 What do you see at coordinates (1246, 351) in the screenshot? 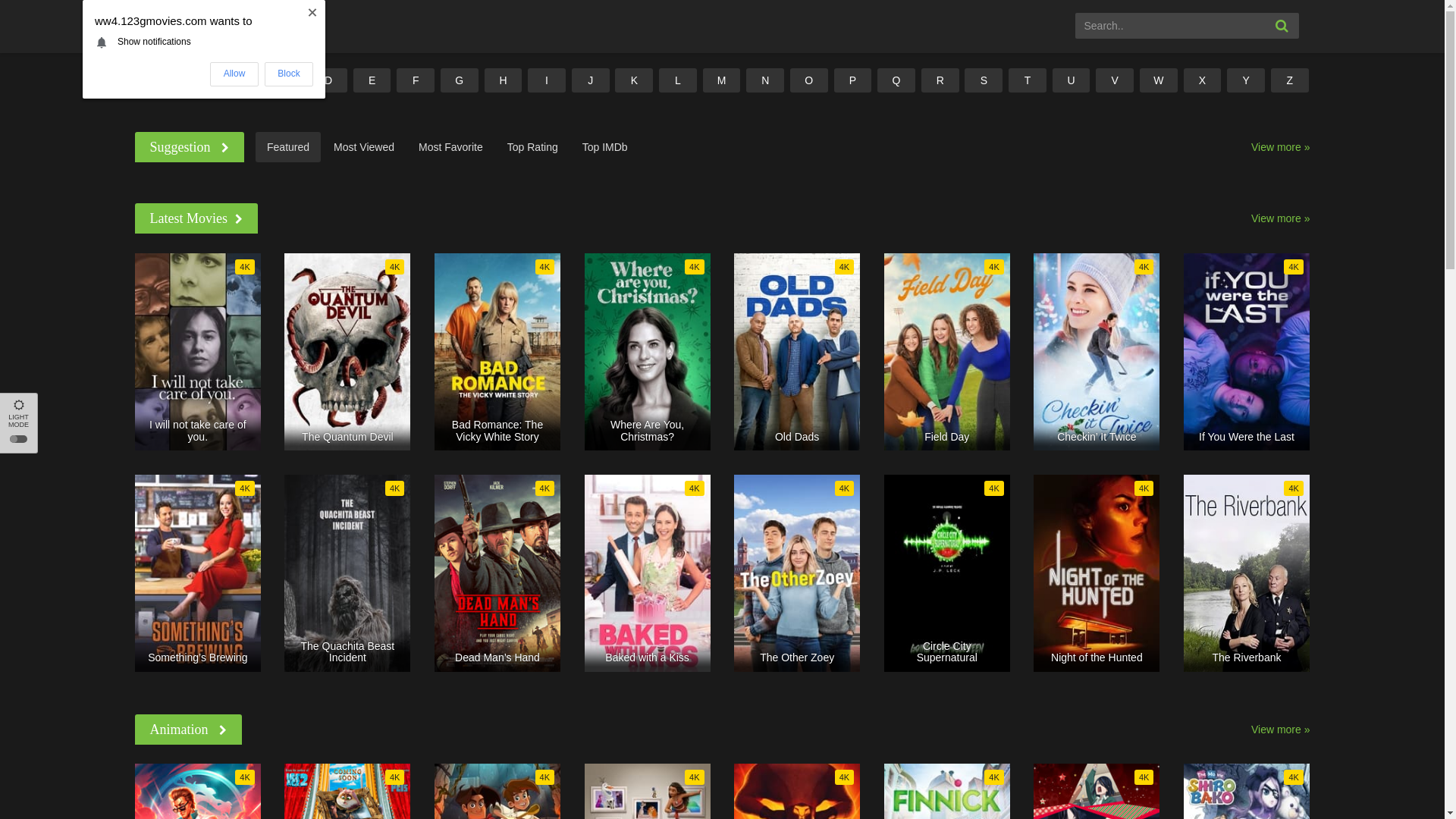
I see `'4K` at bounding box center [1246, 351].